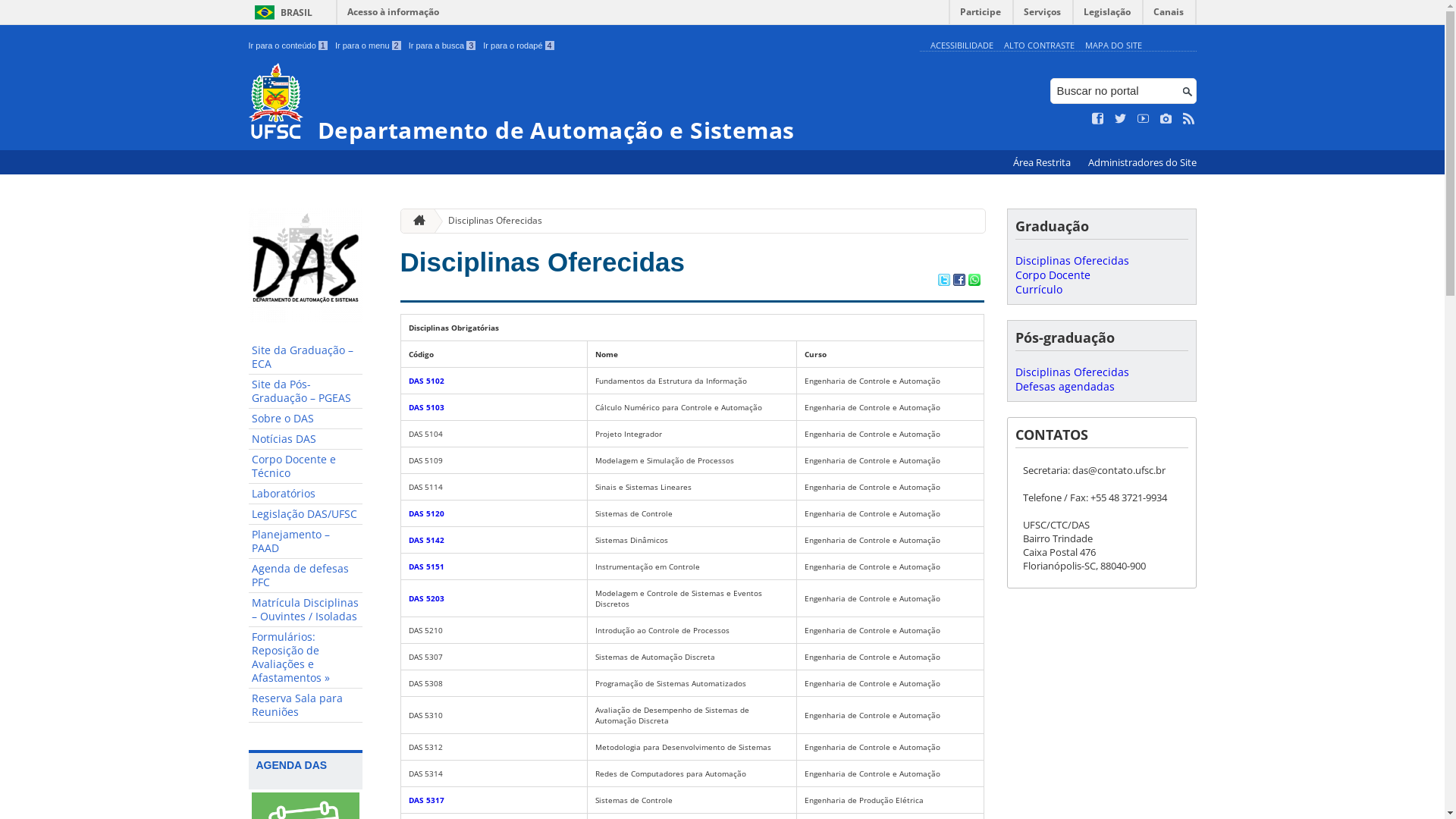 This screenshot has width=1456, height=819. I want to click on 'DAS 5102', so click(425, 379).